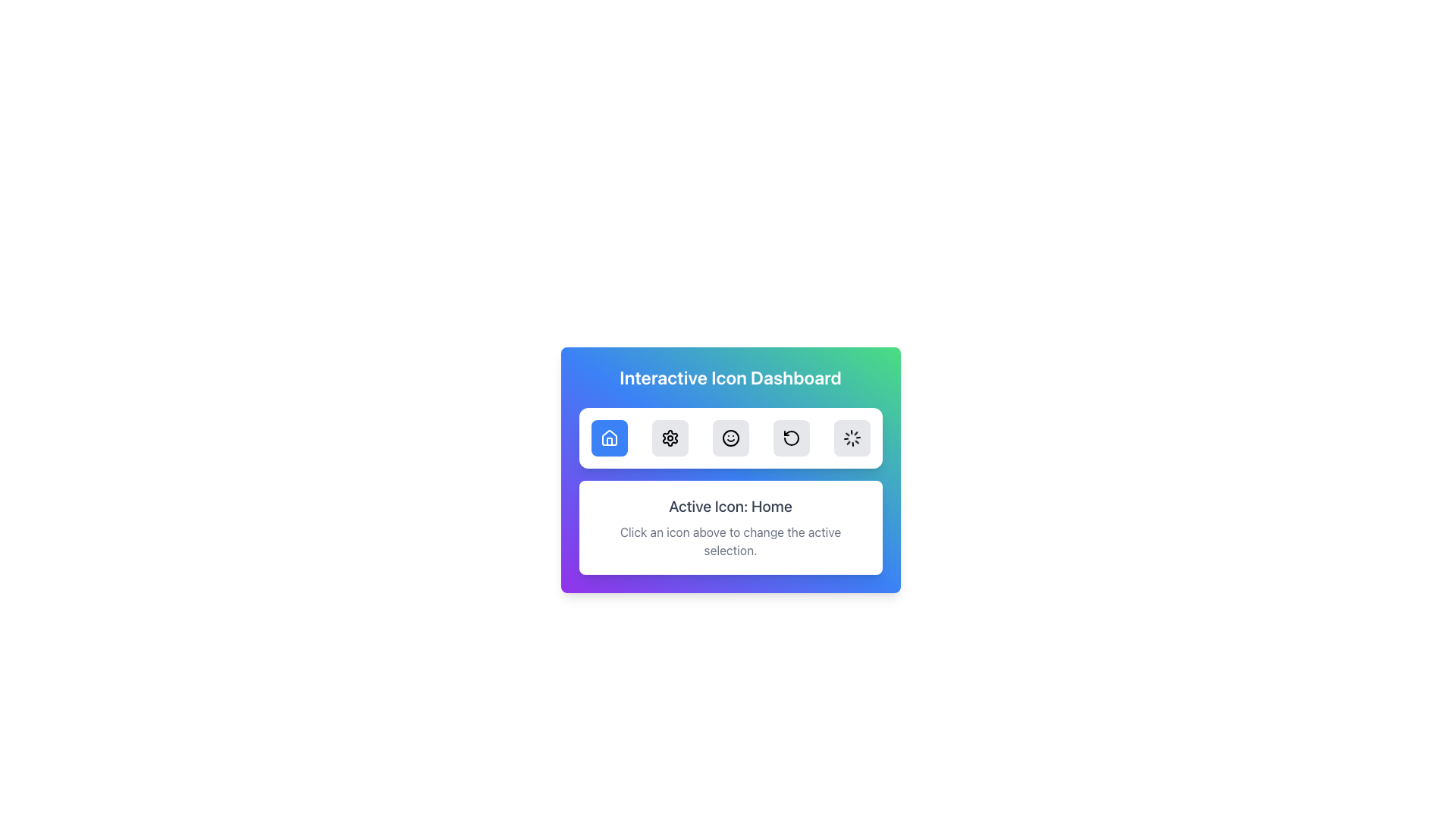  What do you see at coordinates (852, 438) in the screenshot?
I see `the fifth button in the 'Interactive Icon Dashboard' section` at bounding box center [852, 438].